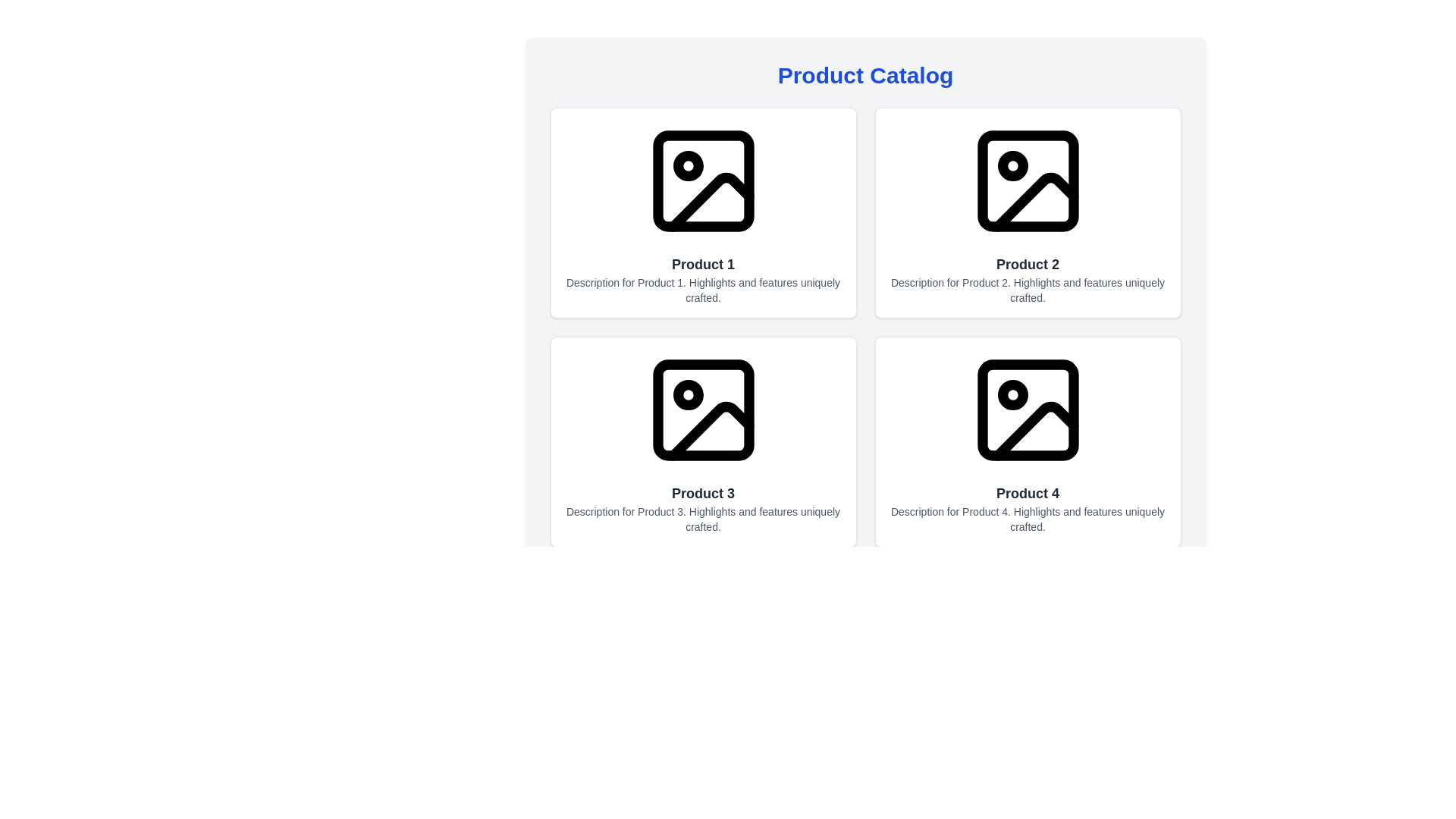 The width and height of the screenshot is (1456, 819). Describe the element at coordinates (702, 494) in the screenshot. I see `text label displaying 'Product 3' located in the second row and first column of the product catalog, styled in bold dark gray font` at that location.